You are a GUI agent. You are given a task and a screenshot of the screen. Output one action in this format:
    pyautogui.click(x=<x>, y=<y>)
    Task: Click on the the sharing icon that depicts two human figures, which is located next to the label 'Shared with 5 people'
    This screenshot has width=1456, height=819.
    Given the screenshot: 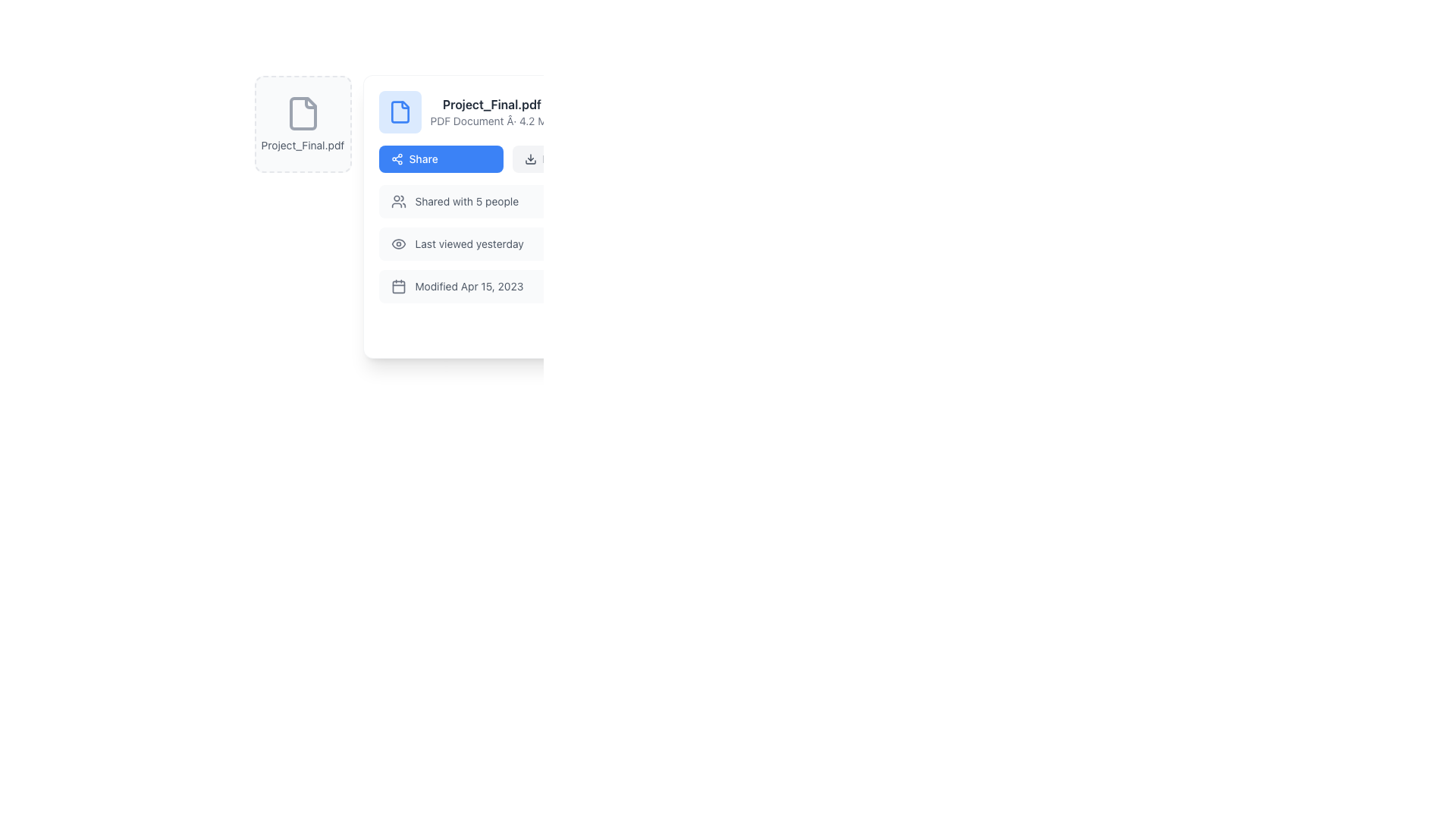 What is the action you would take?
    pyautogui.click(x=398, y=201)
    